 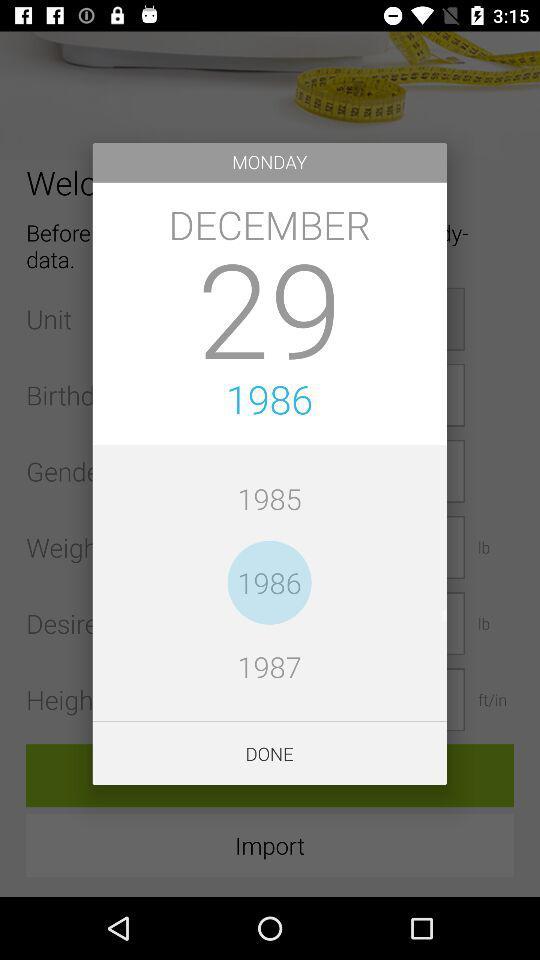 I want to click on done item, so click(x=269, y=752).